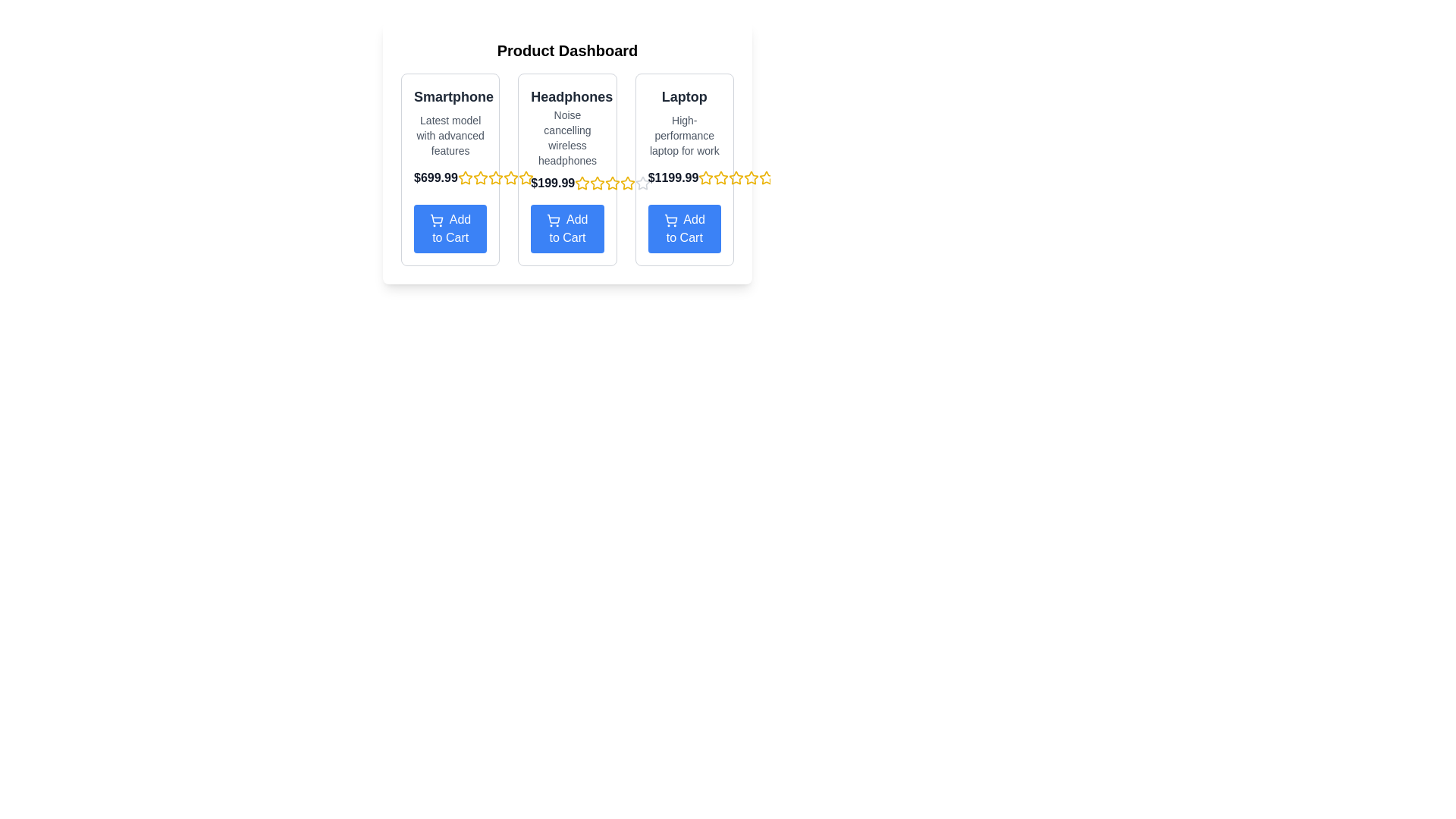  I want to click on the thirteenth star icon in the rating system for the Laptop product, located below its price, so click(628, 182).